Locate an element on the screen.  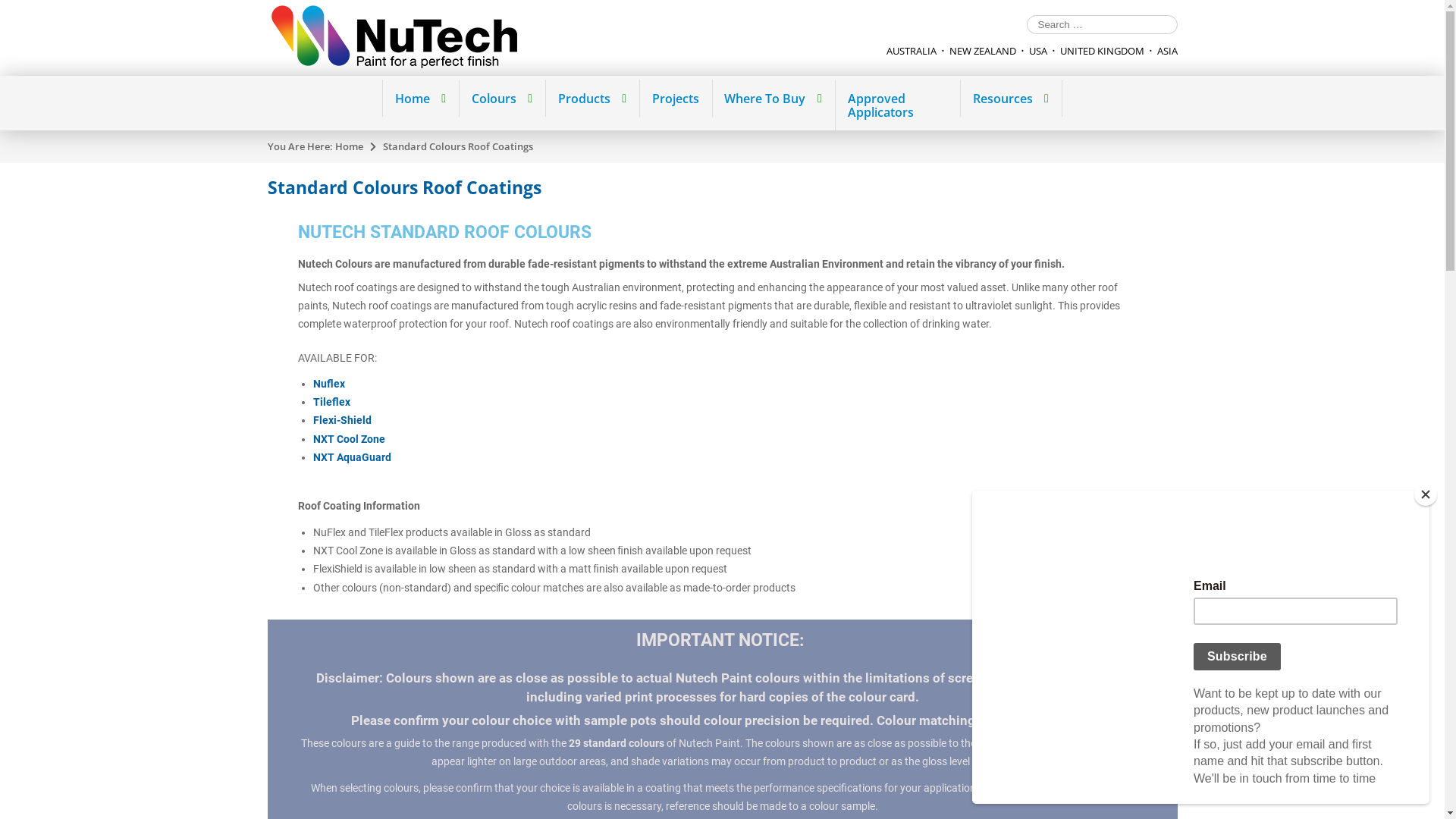
'Colours' is located at coordinates (501, 98).